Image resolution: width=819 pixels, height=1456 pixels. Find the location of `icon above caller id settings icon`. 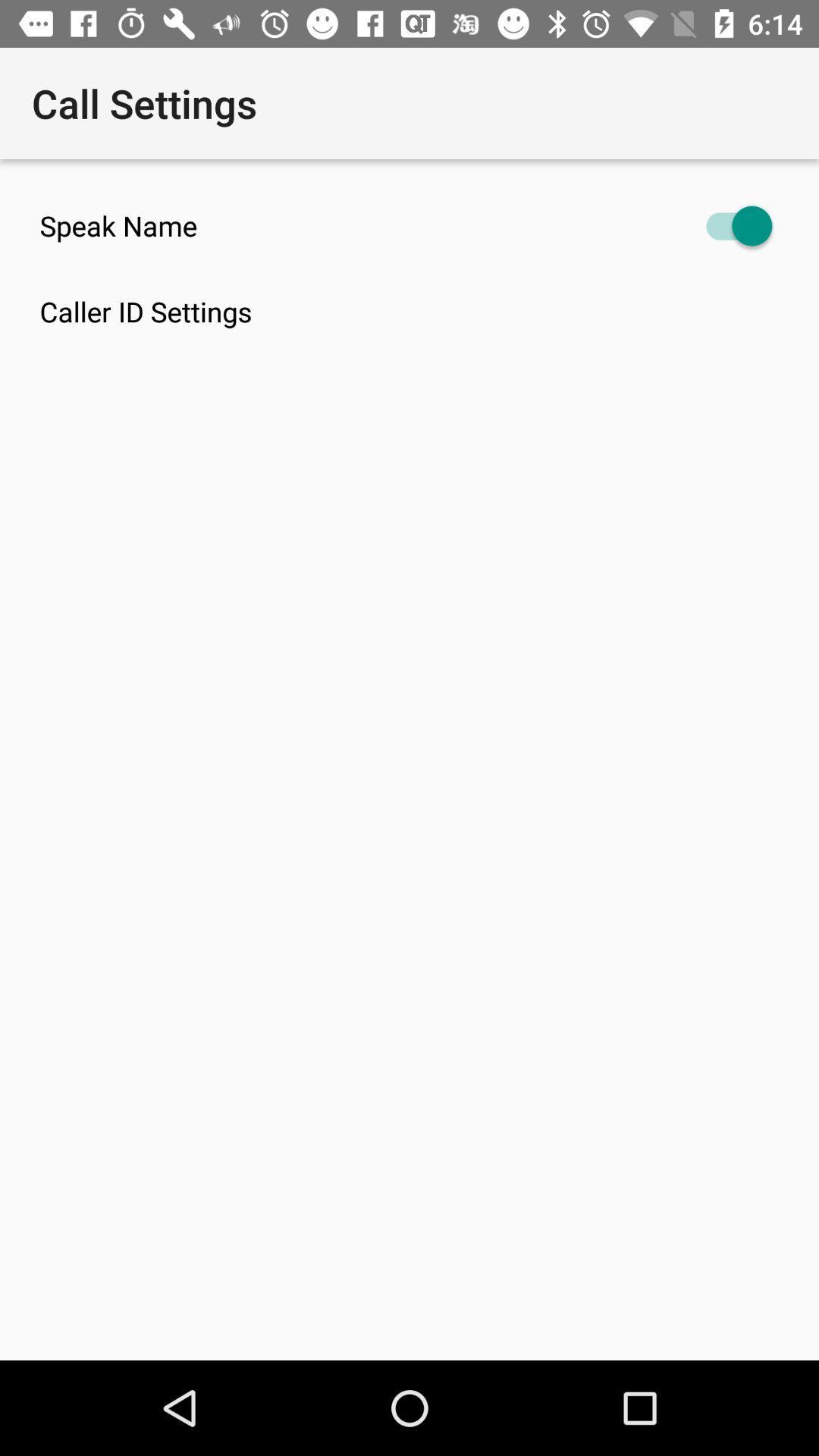

icon above caller id settings icon is located at coordinates (409, 225).